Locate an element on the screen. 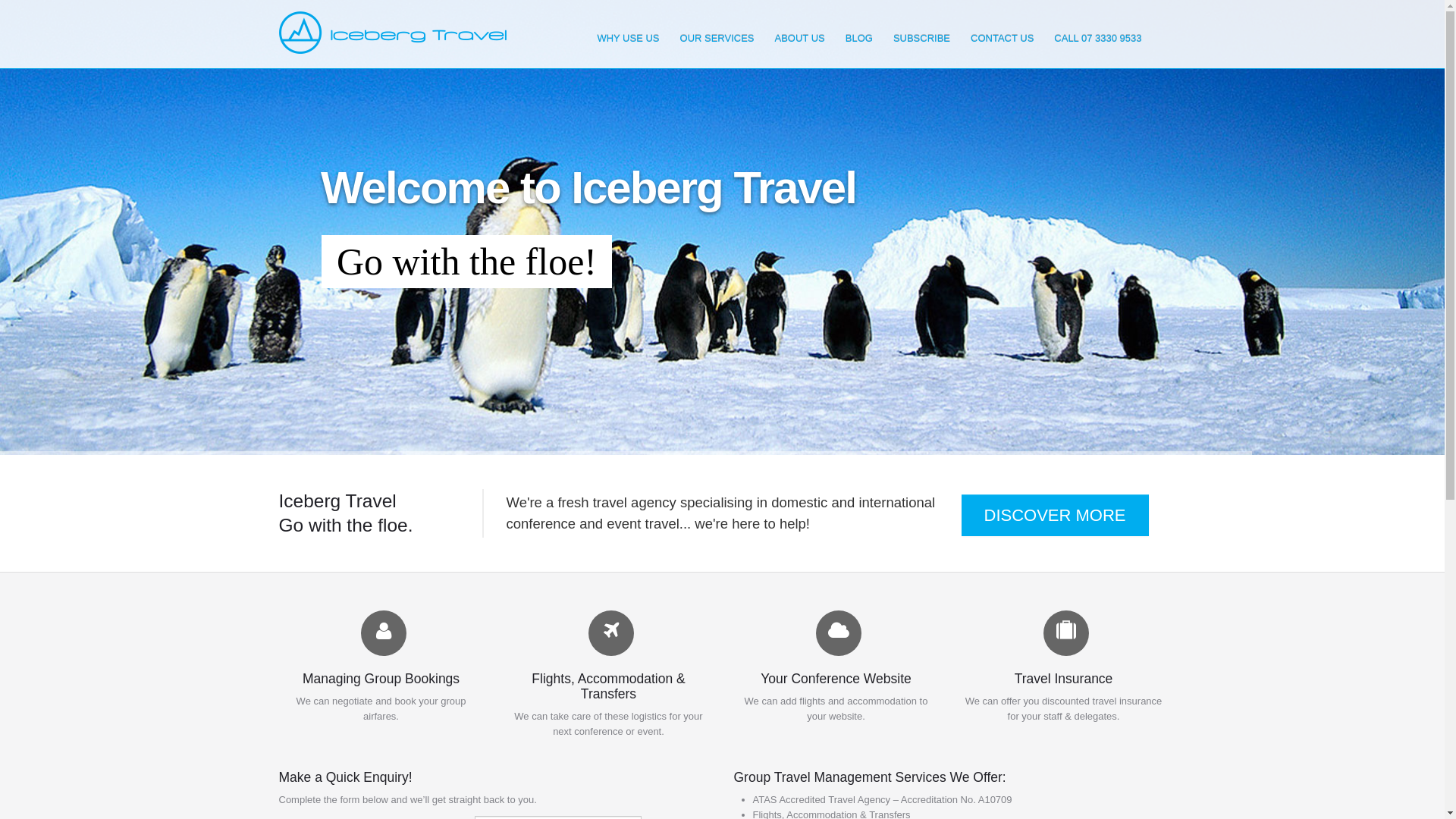 The image size is (1456, 819). 'ABOUT US' is located at coordinates (799, 37).